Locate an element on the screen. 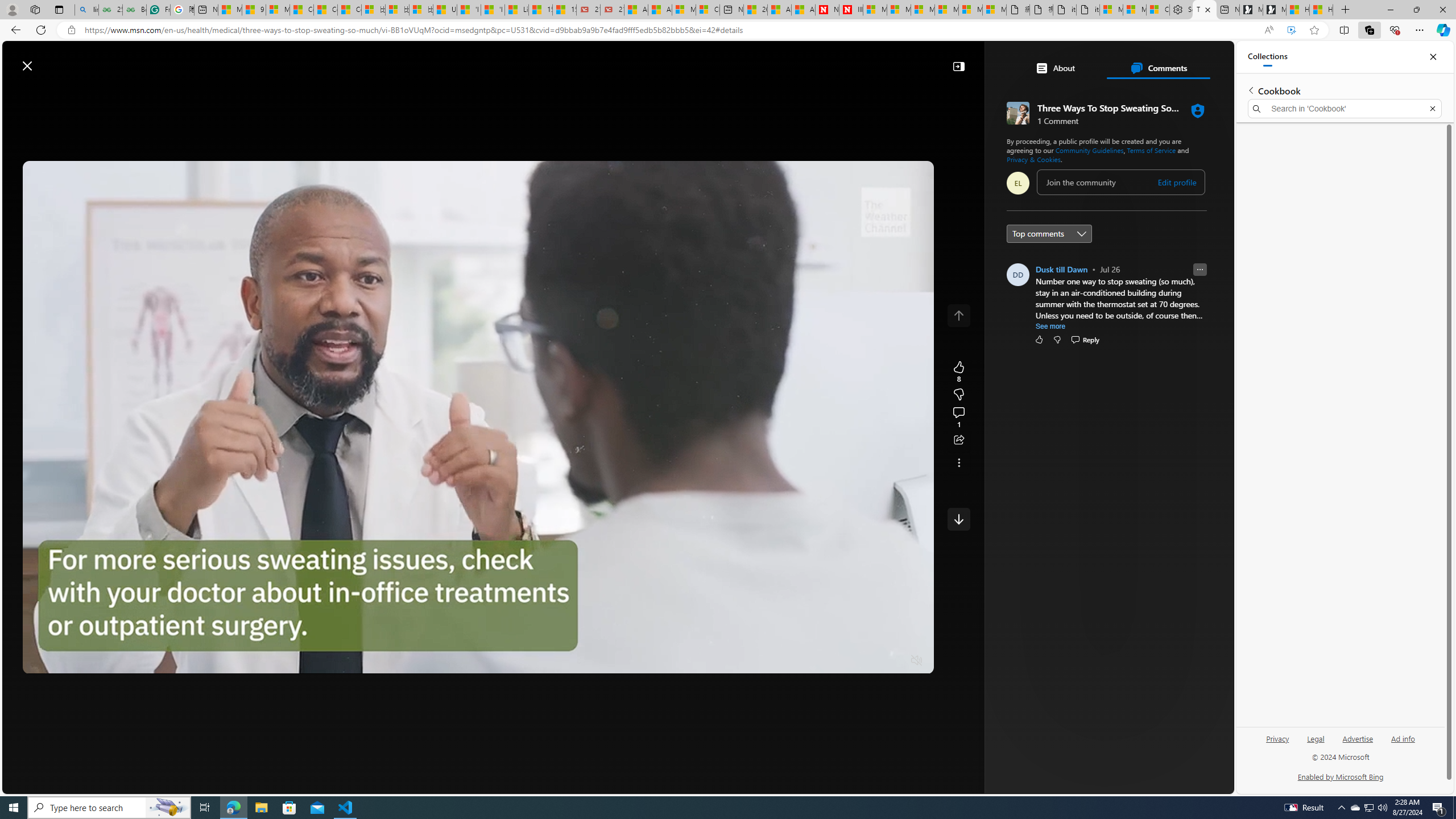 The width and height of the screenshot is (1456, 819). 'Comments' is located at coordinates (1157, 67).